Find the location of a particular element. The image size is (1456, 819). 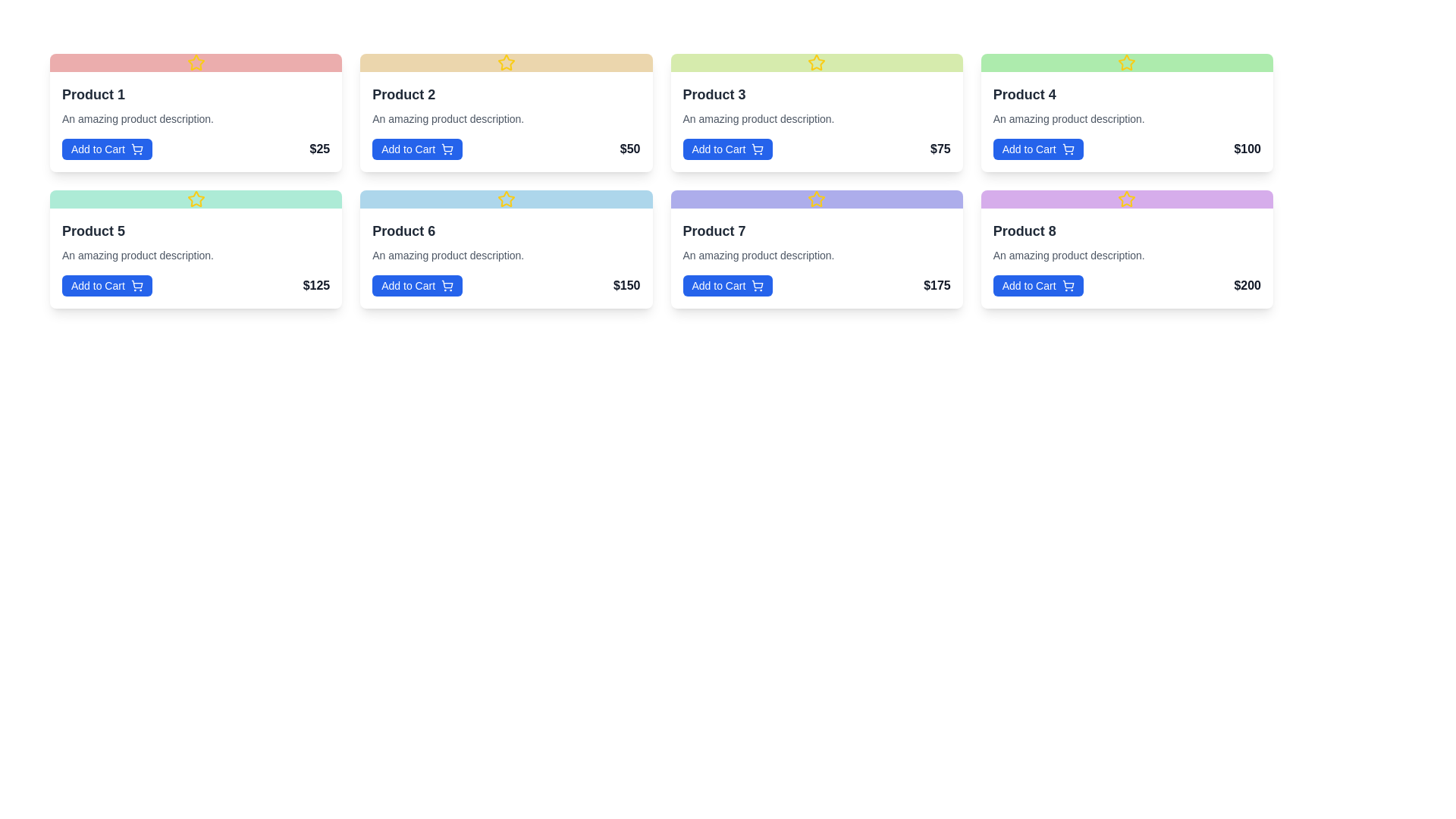

the star icon located at the top center of the sixth card labeled 'Product 6' in the grid layout to denote a feature or rating is located at coordinates (506, 198).